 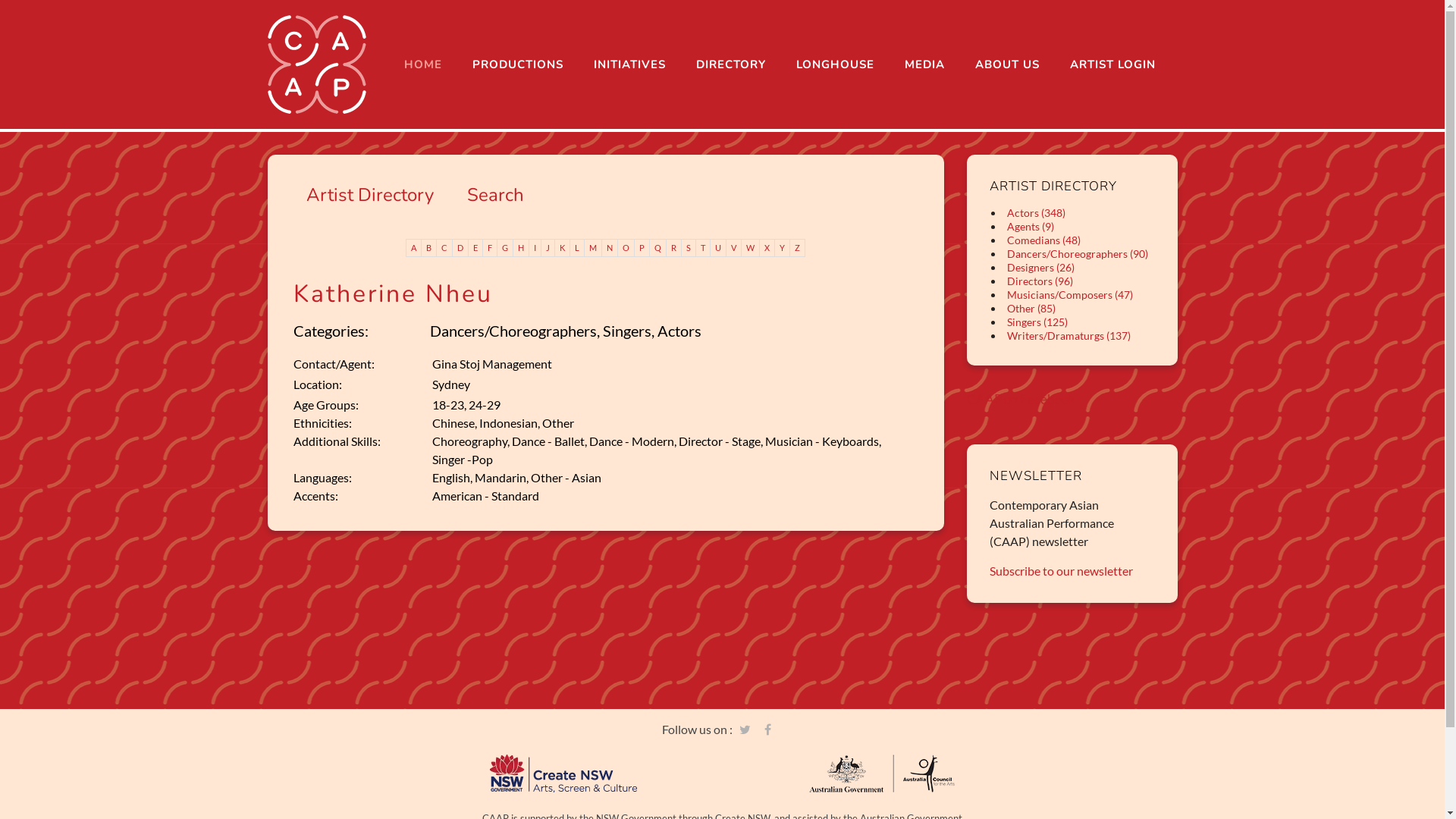 What do you see at coordinates (789, 247) in the screenshot?
I see `'Z'` at bounding box center [789, 247].